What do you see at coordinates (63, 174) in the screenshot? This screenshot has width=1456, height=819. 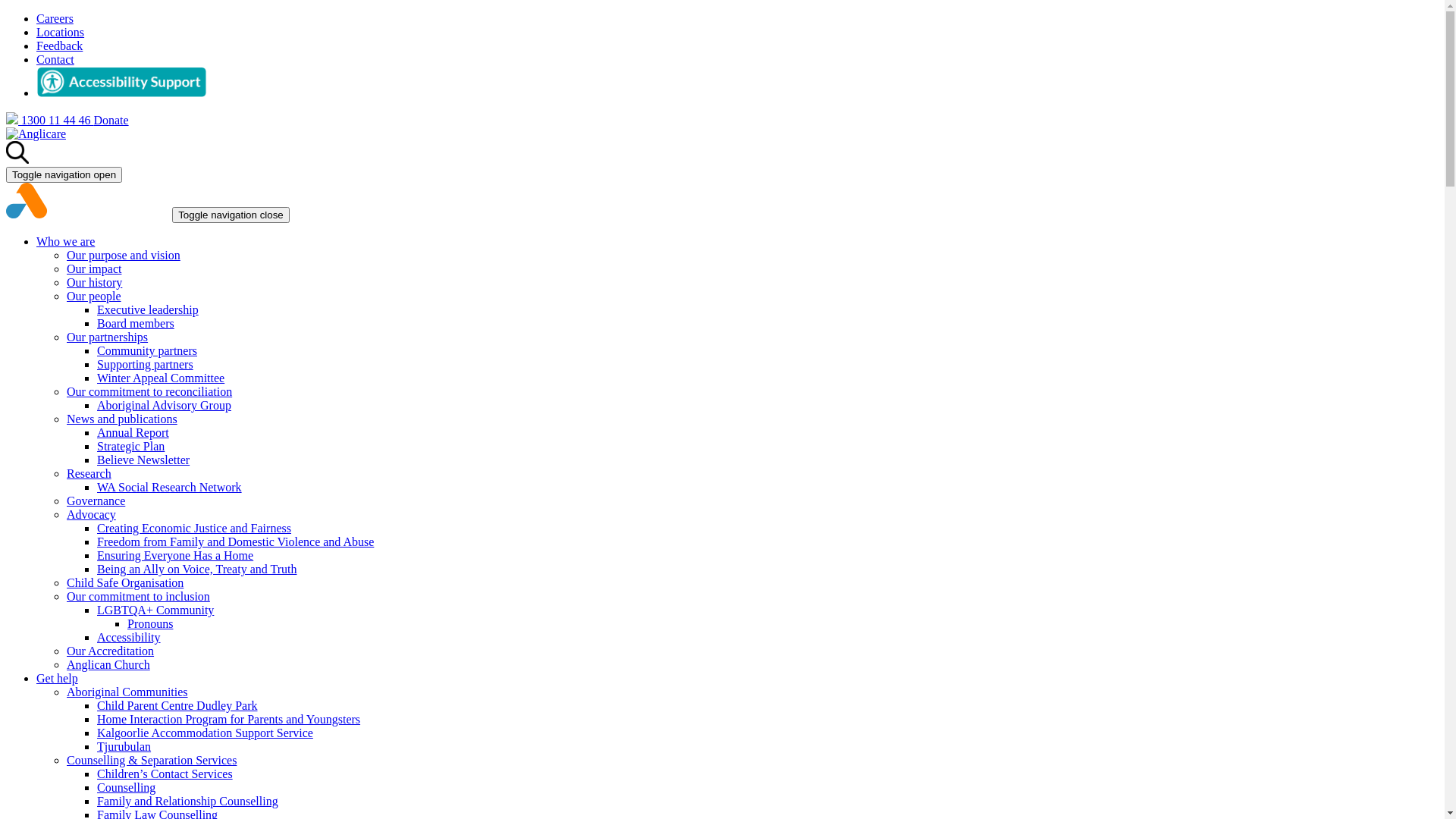 I see `'Toggle navigation open'` at bounding box center [63, 174].